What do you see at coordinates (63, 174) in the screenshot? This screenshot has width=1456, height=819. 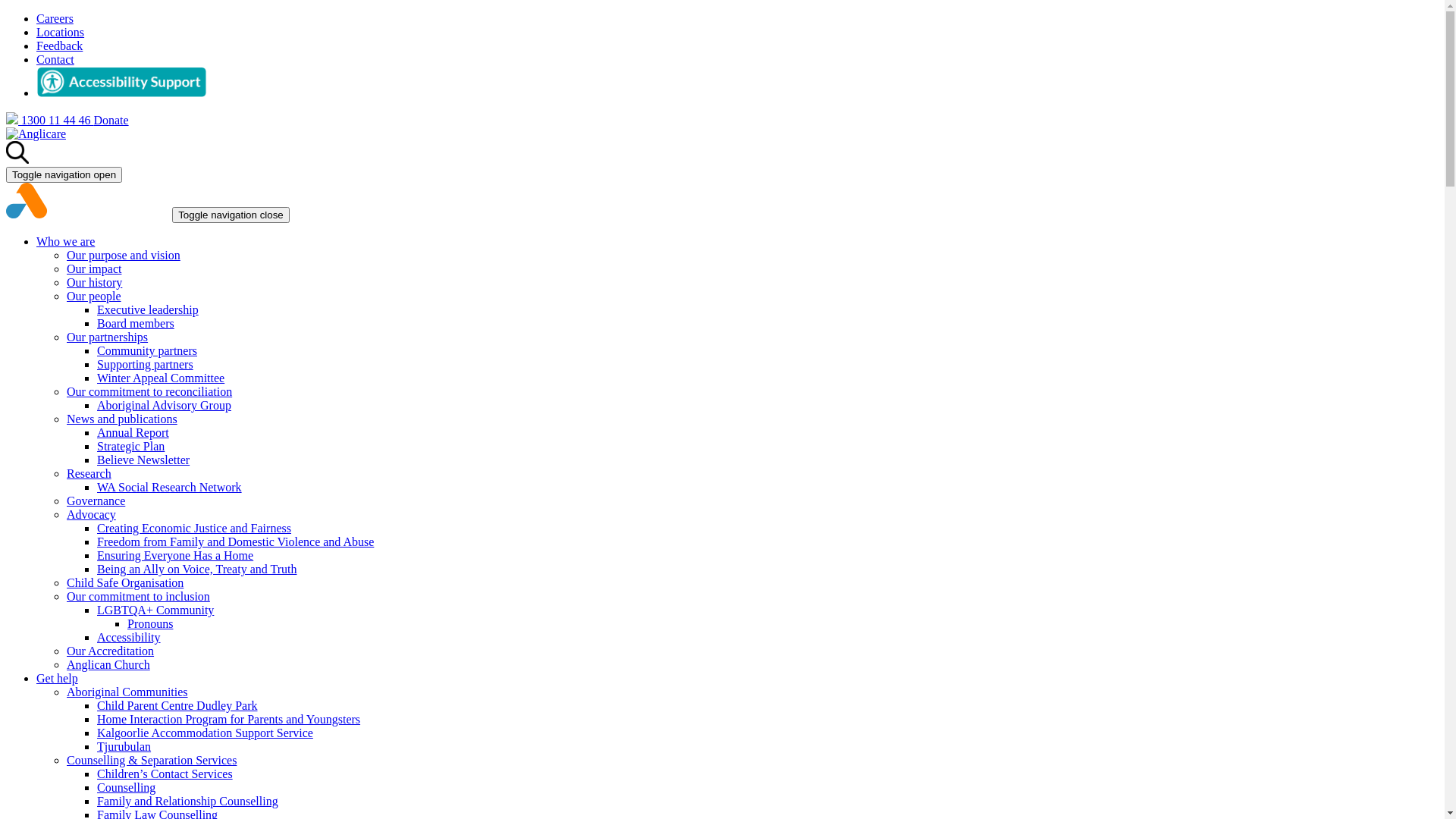 I see `'Toggle navigation open'` at bounding box center [63, 174].